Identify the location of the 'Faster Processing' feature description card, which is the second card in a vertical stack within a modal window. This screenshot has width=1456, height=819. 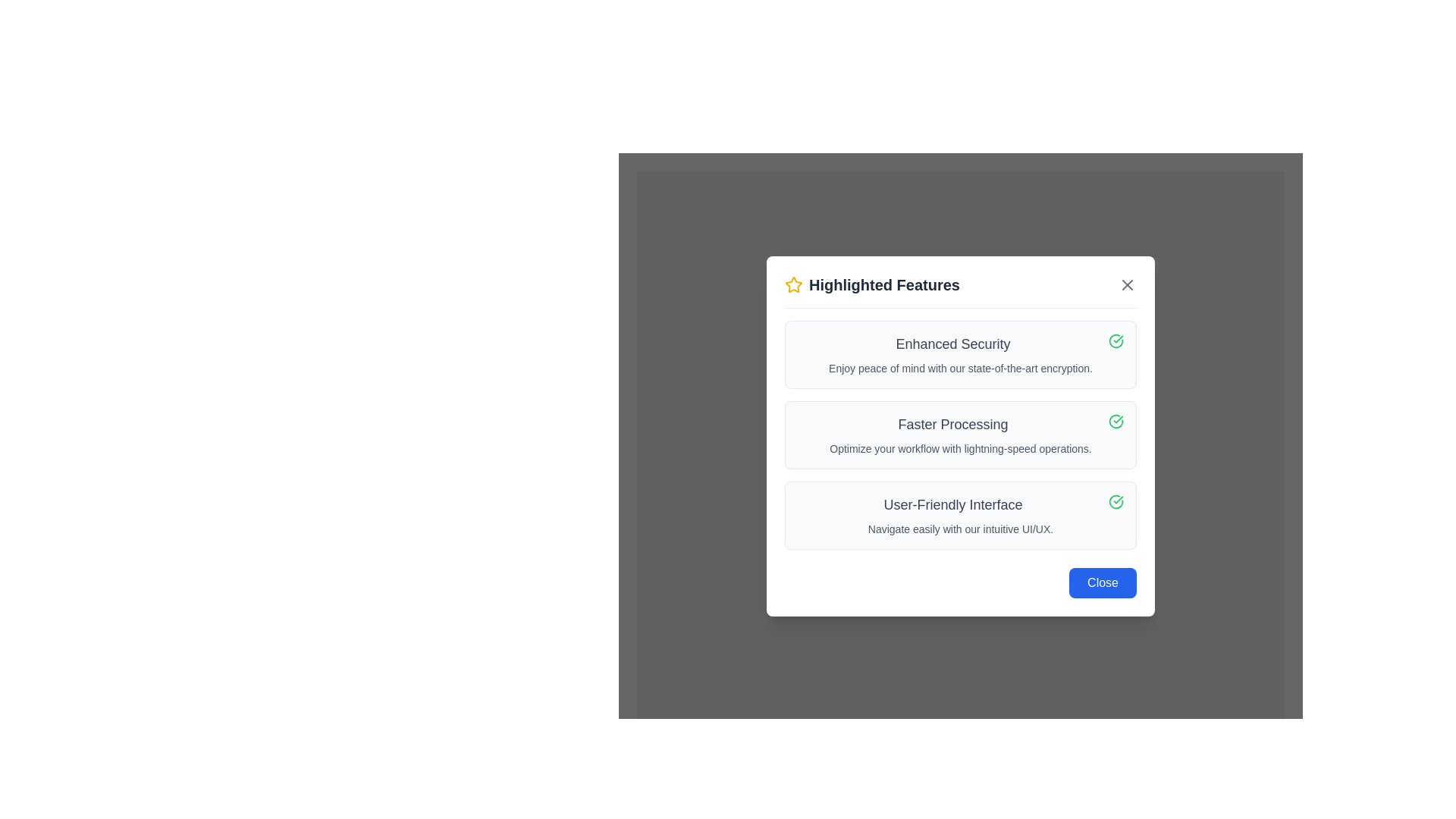
(960, 435).